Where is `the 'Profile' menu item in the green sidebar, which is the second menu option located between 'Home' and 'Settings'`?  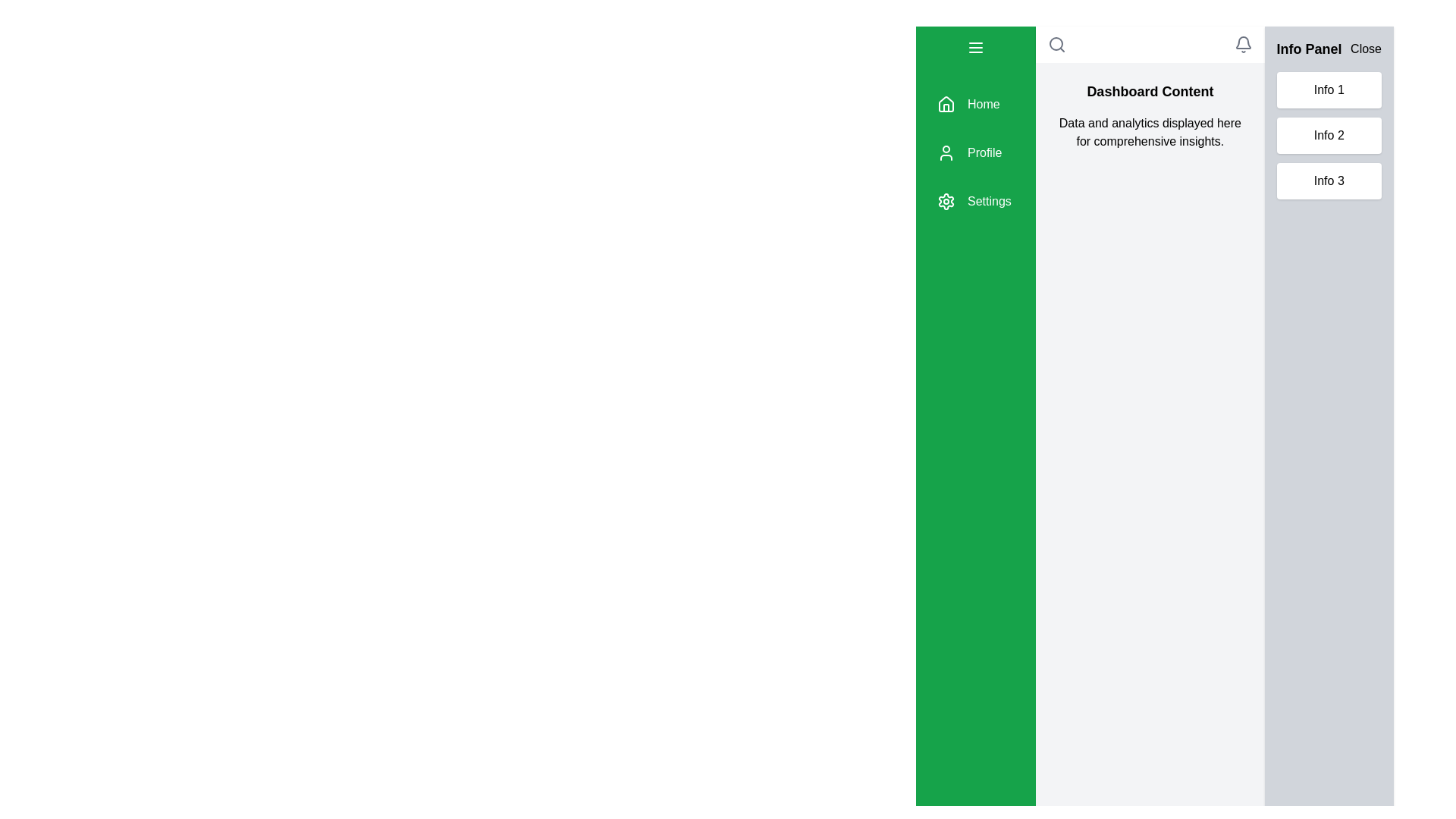
the 'Profile' menu item in the green sidebar, which is the second menu option located between 'Home' and 'Settings' is located at coordinates (976, 152).